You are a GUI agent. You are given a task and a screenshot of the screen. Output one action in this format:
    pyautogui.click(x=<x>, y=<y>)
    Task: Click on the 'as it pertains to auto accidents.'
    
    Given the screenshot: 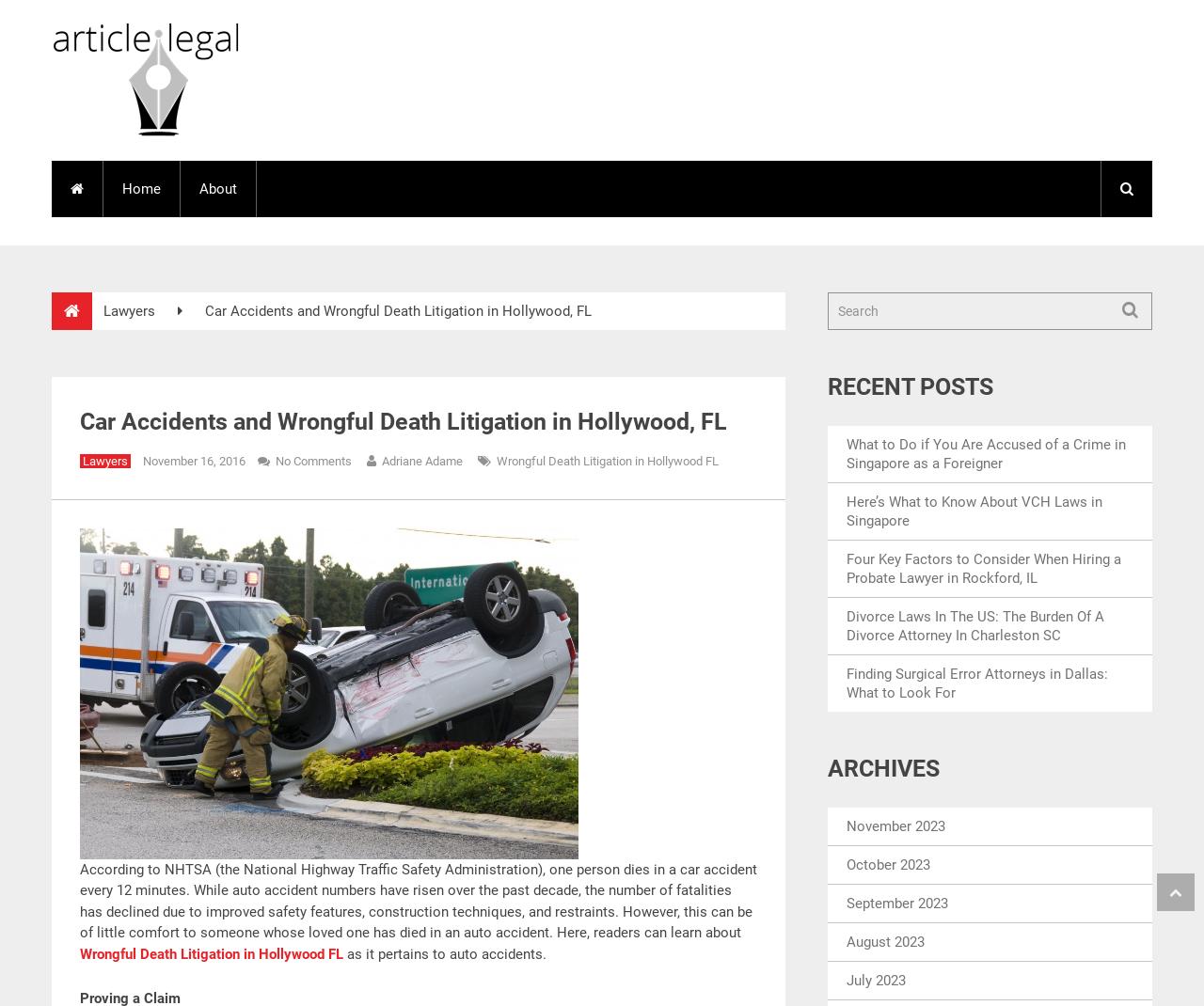 What is the action you would take?
    pyautogui.click(x=443, y=953)
    